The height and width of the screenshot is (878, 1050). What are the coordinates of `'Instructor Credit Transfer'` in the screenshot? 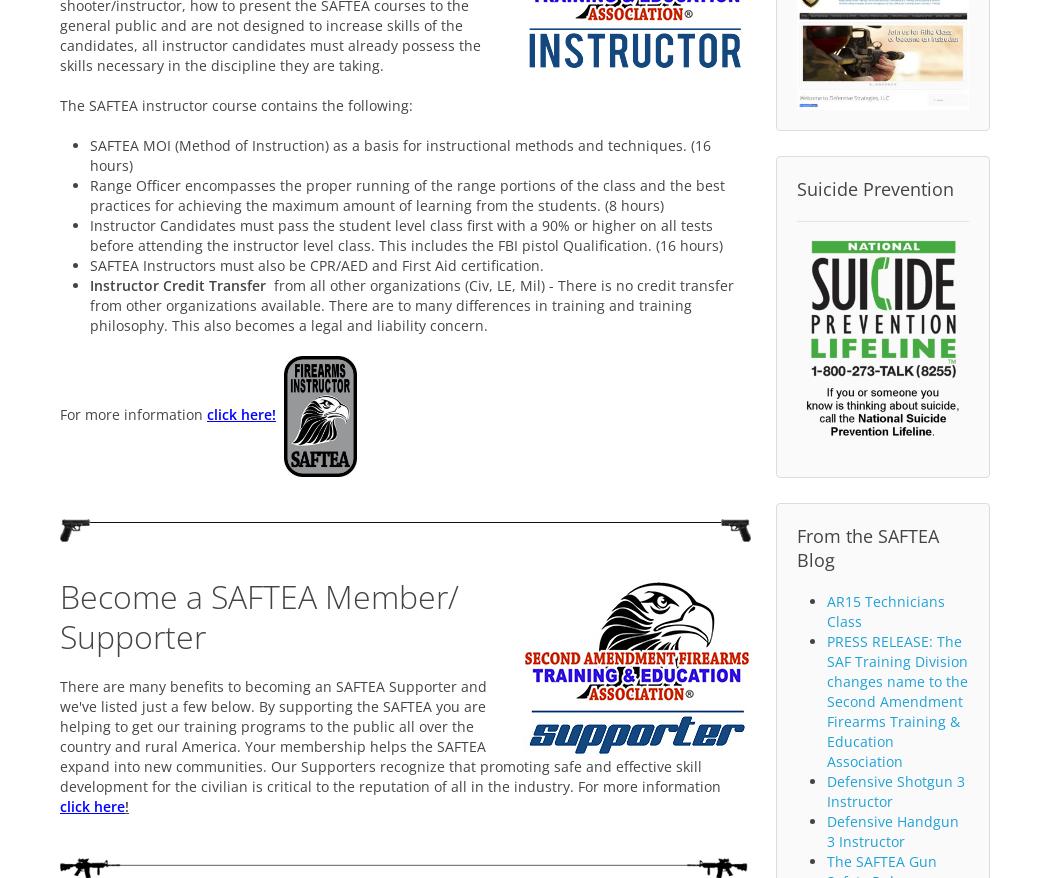 It's located at (177, 283).